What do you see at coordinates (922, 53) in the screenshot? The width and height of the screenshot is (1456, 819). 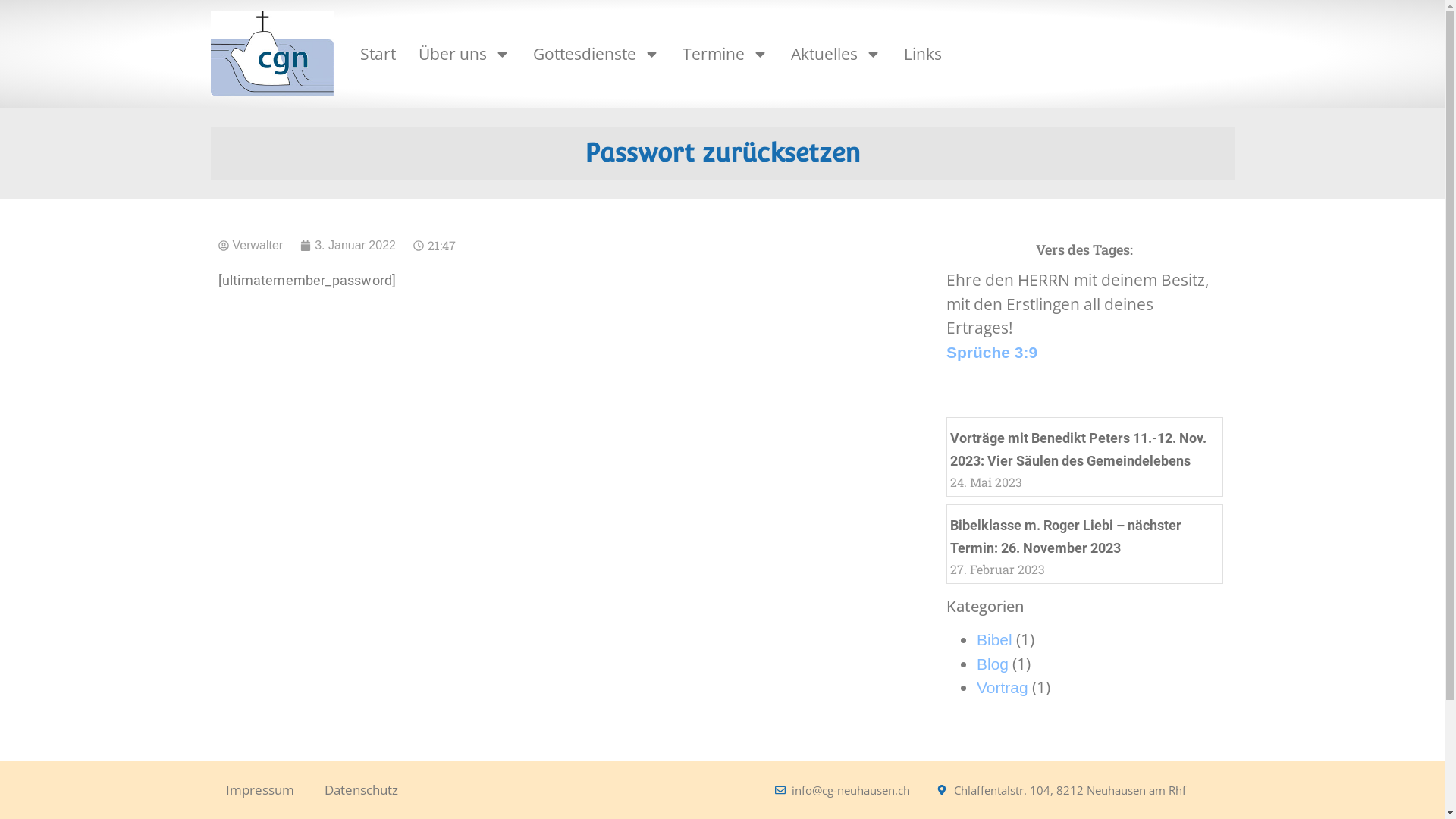 I see `'Links'` at bounding box center [922, 53].